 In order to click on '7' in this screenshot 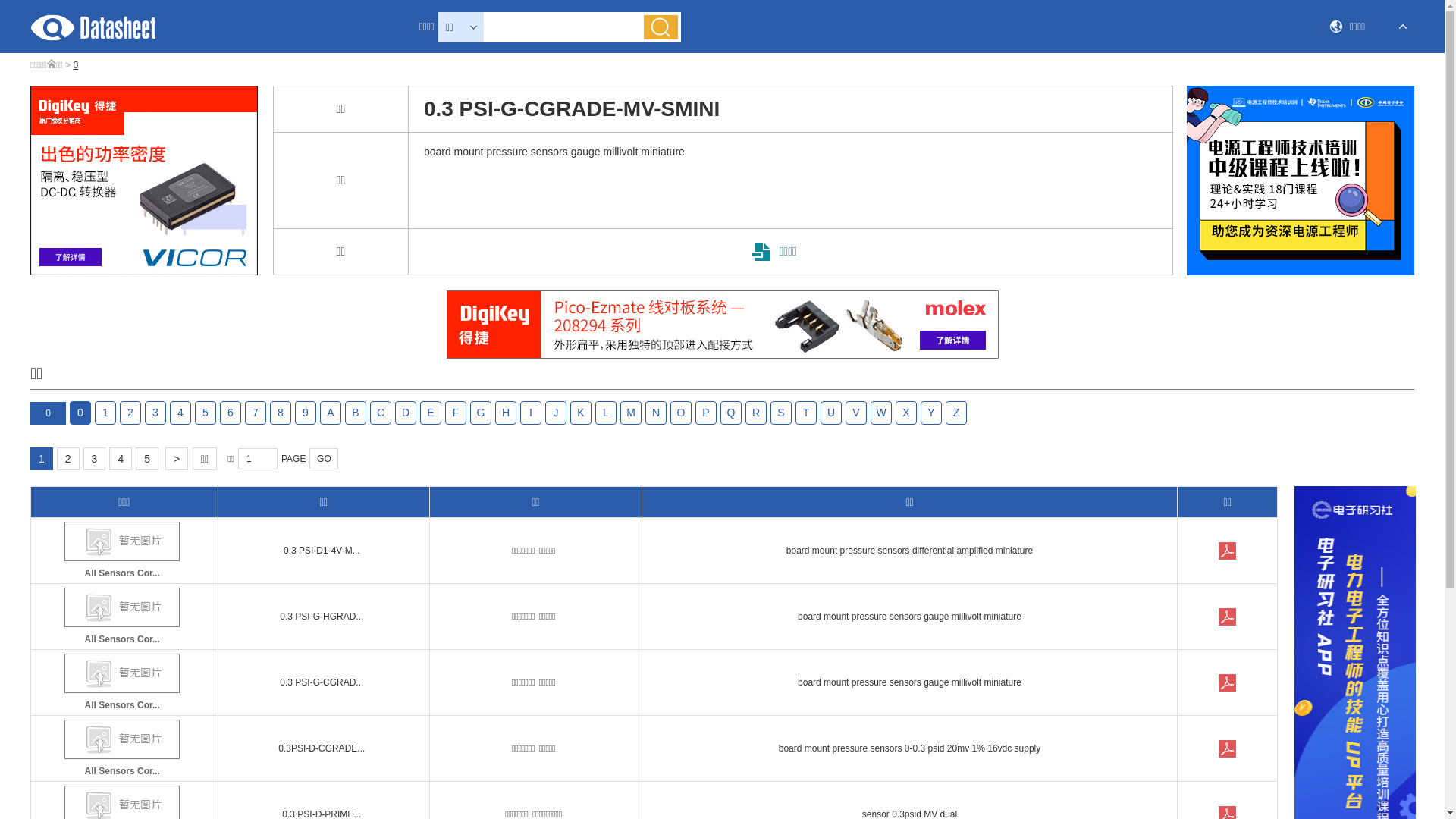, I will do `click(255, 413)`.